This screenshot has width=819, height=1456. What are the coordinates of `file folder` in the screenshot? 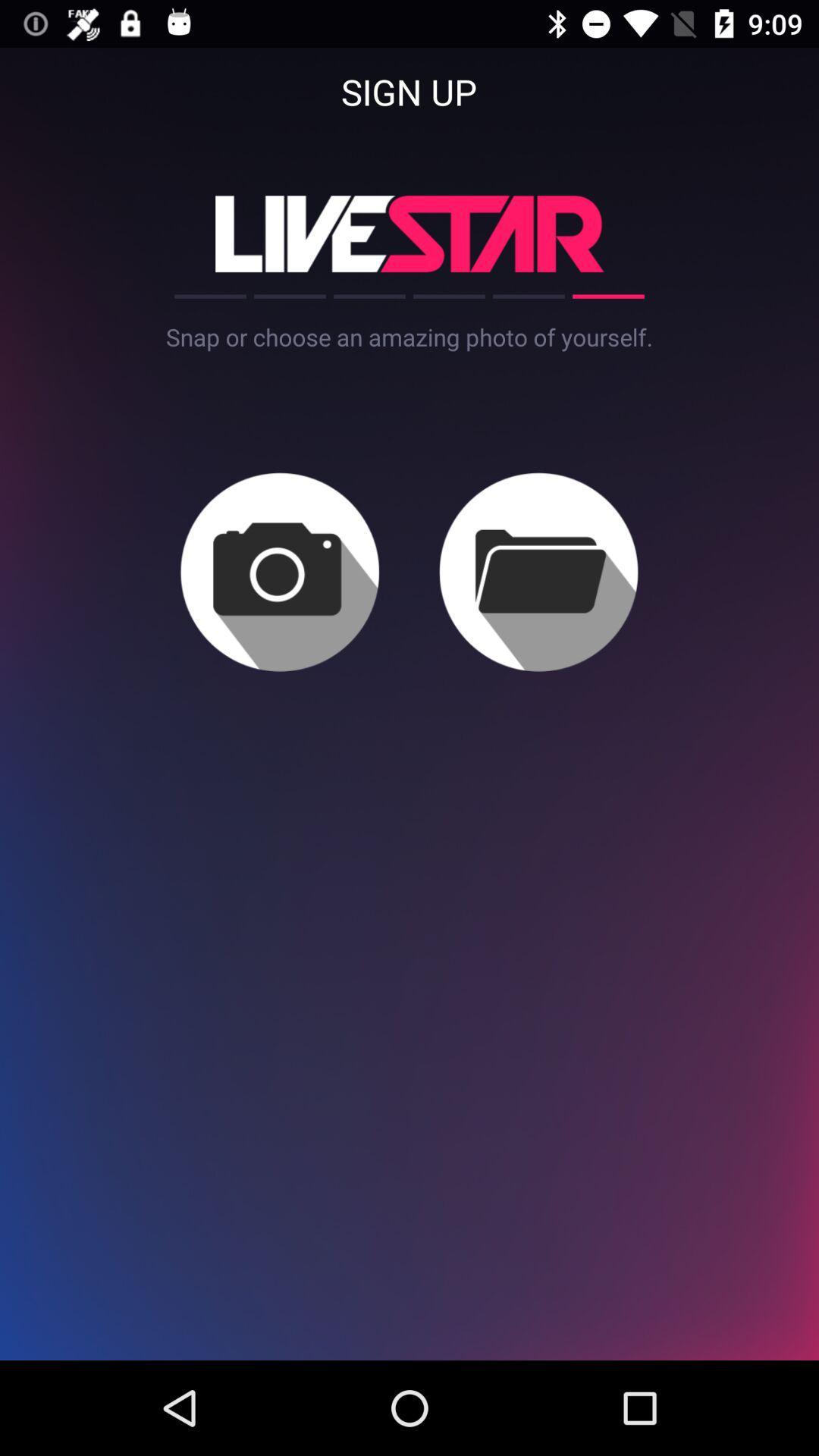 It's located at (538, 571).